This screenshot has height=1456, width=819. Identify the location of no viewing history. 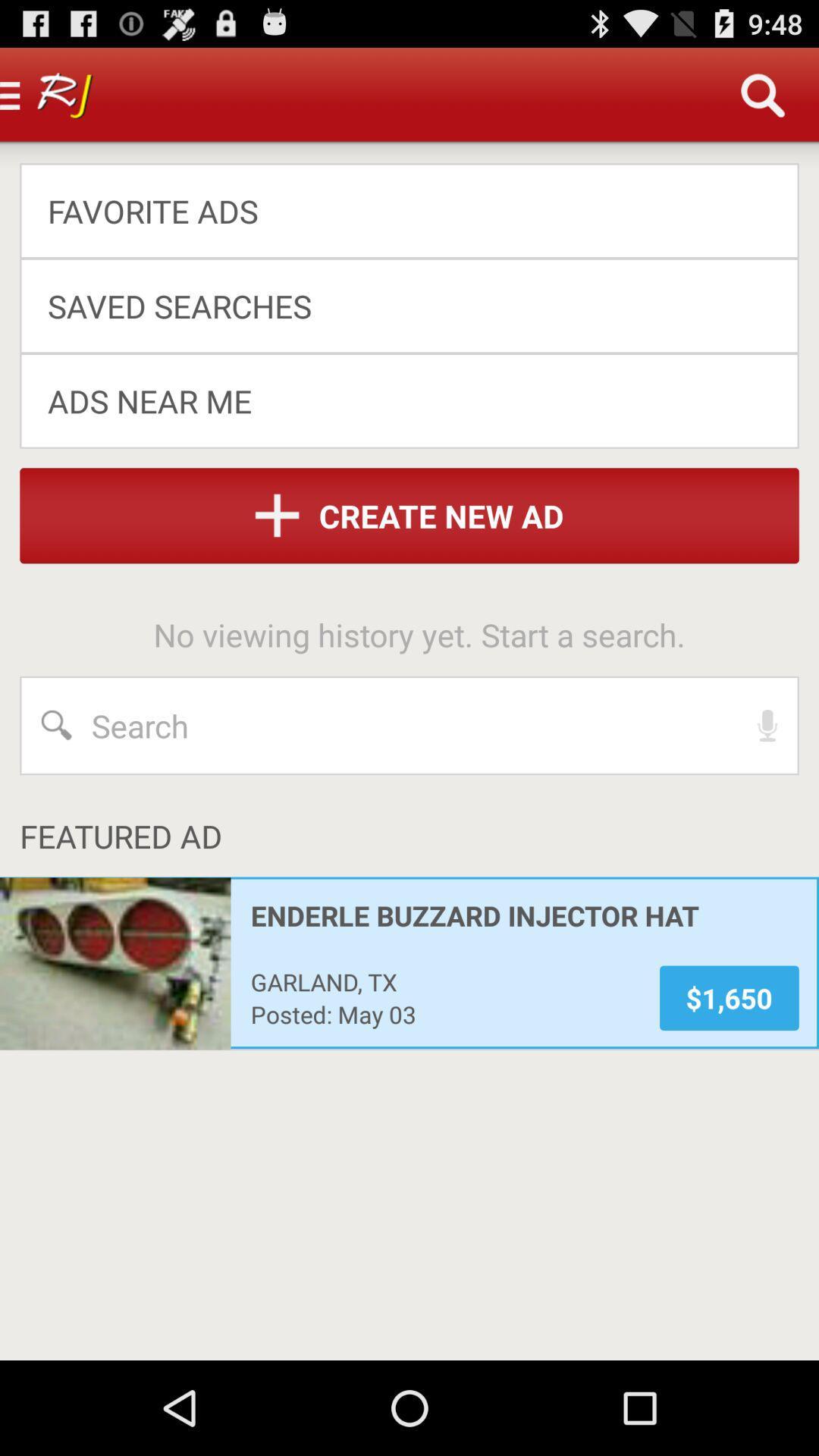
(419, 634).